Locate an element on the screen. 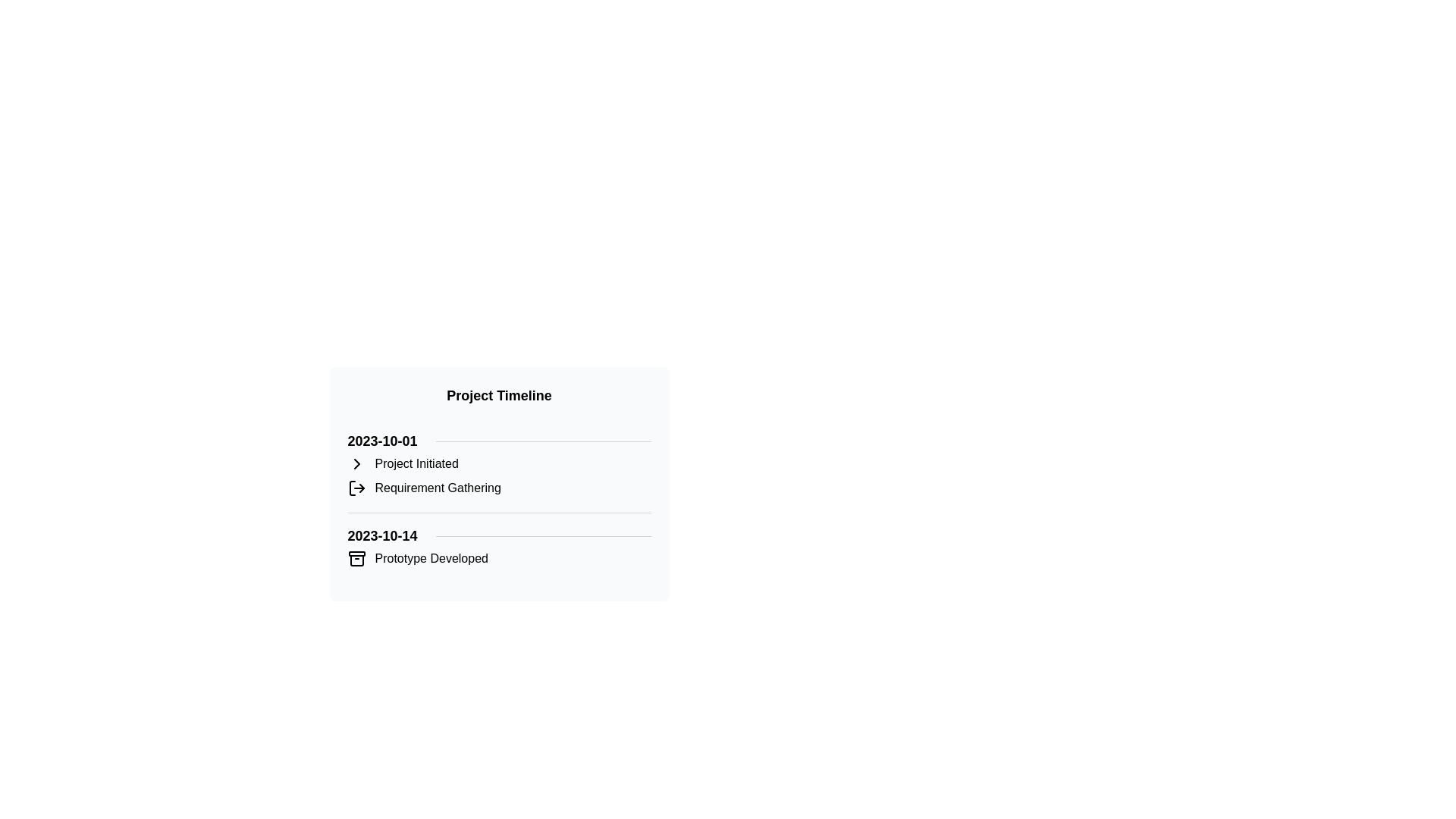 Image resolution: width=1456 pixels, height=819 pixels. the 'Requirement Gathering' step is located at coordinates (499, 488).